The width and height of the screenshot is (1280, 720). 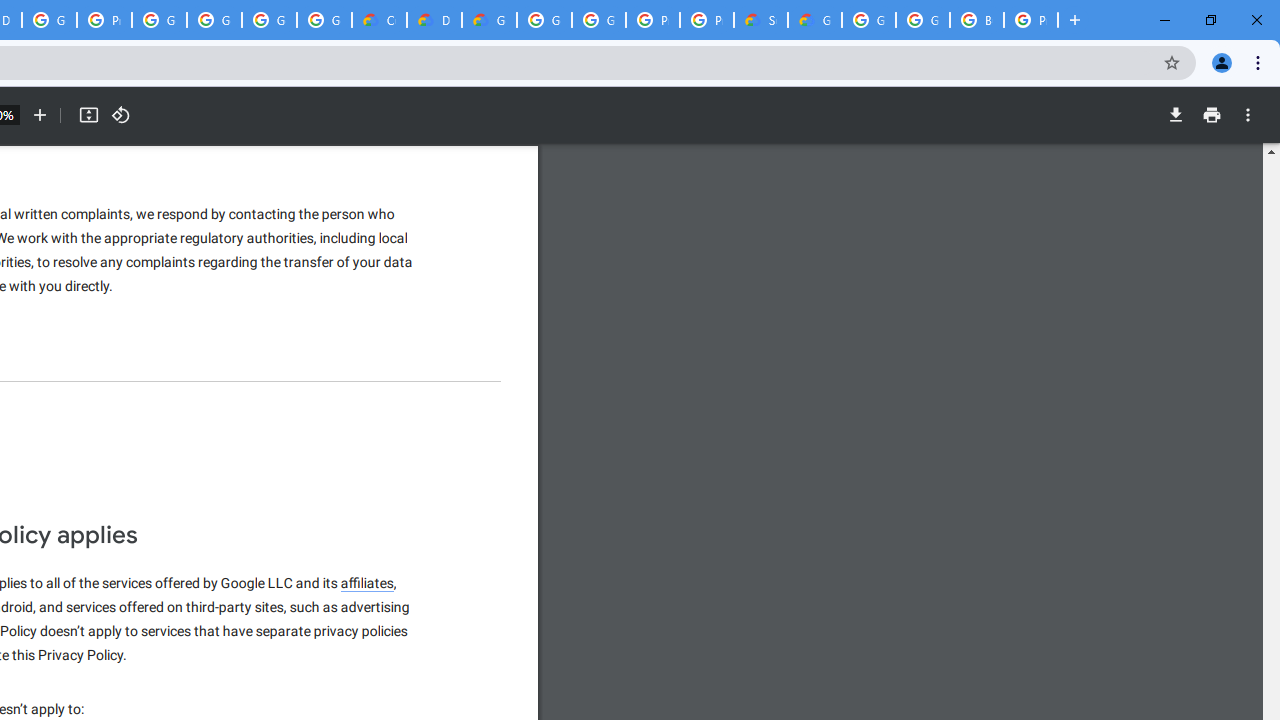 What do you see at coordinates (1210, 115) in the screenshot?
I see `'Print'` at bounding box center [1210, 115].